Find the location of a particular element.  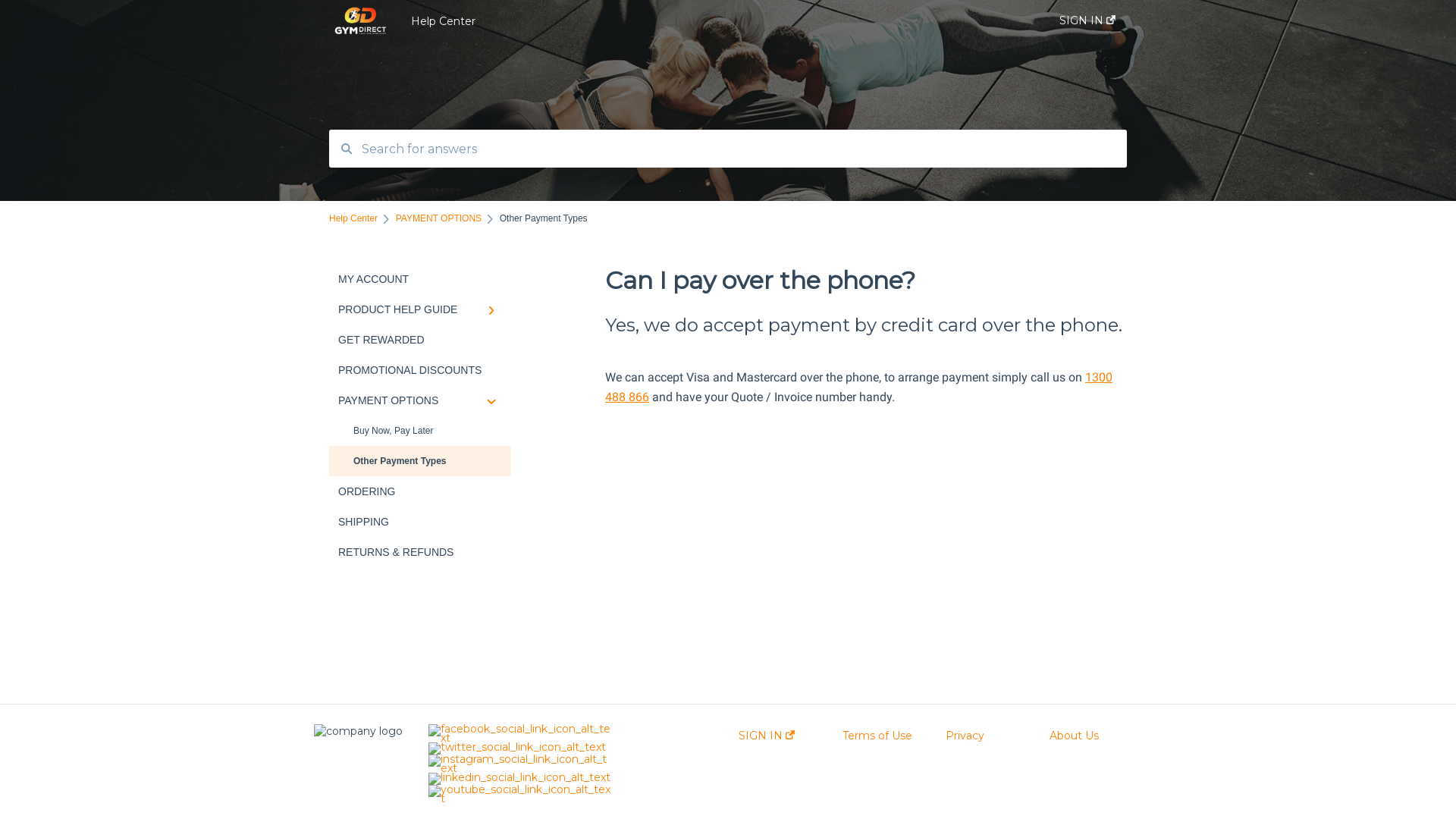

'Buy Now, Pay Later' is located at coordinates (419, 430).